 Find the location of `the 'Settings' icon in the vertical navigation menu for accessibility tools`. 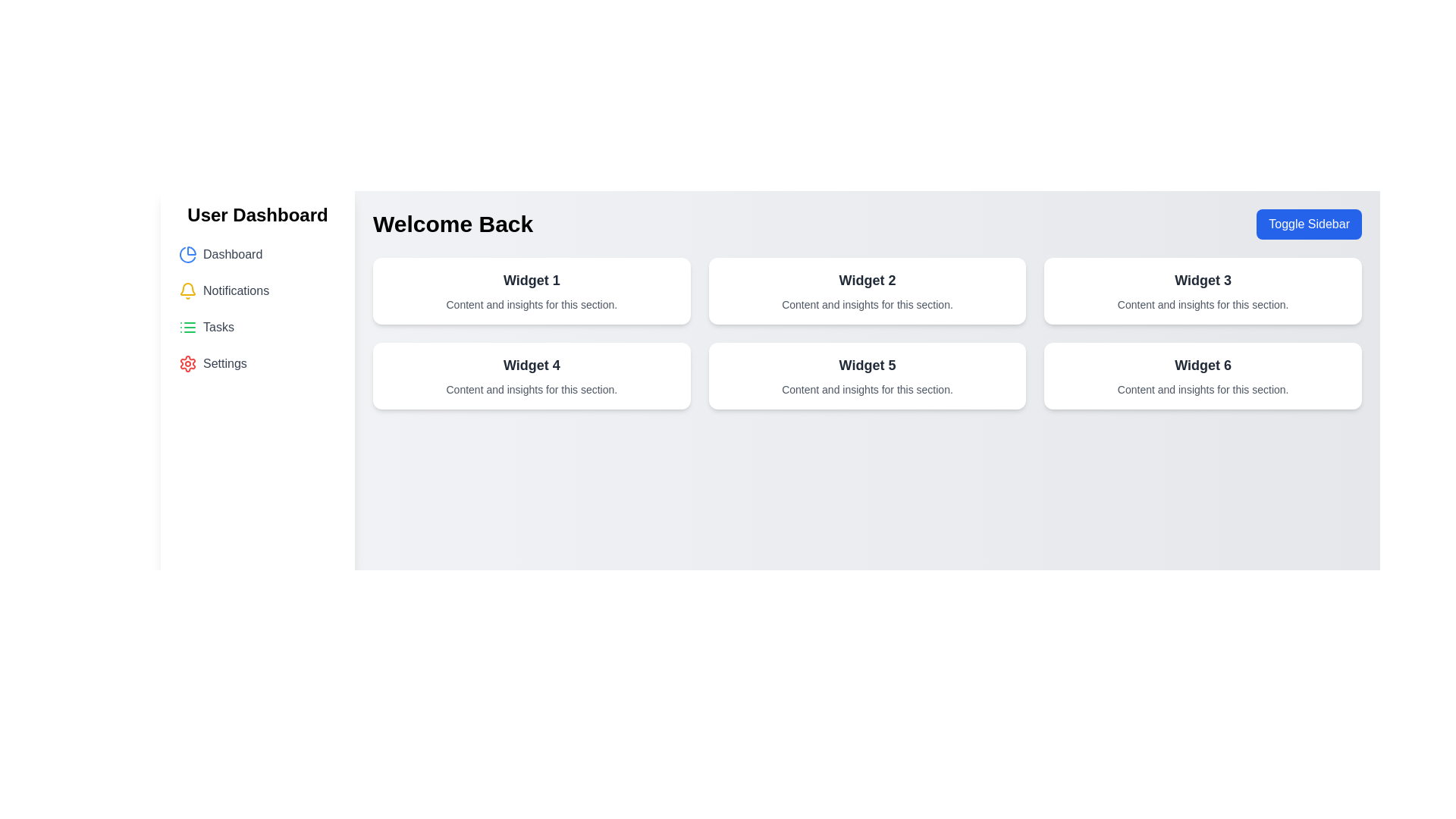

the 'Settings' icon in the vertical navigation menu for accessibility tools is located at coordinates (187, 363).